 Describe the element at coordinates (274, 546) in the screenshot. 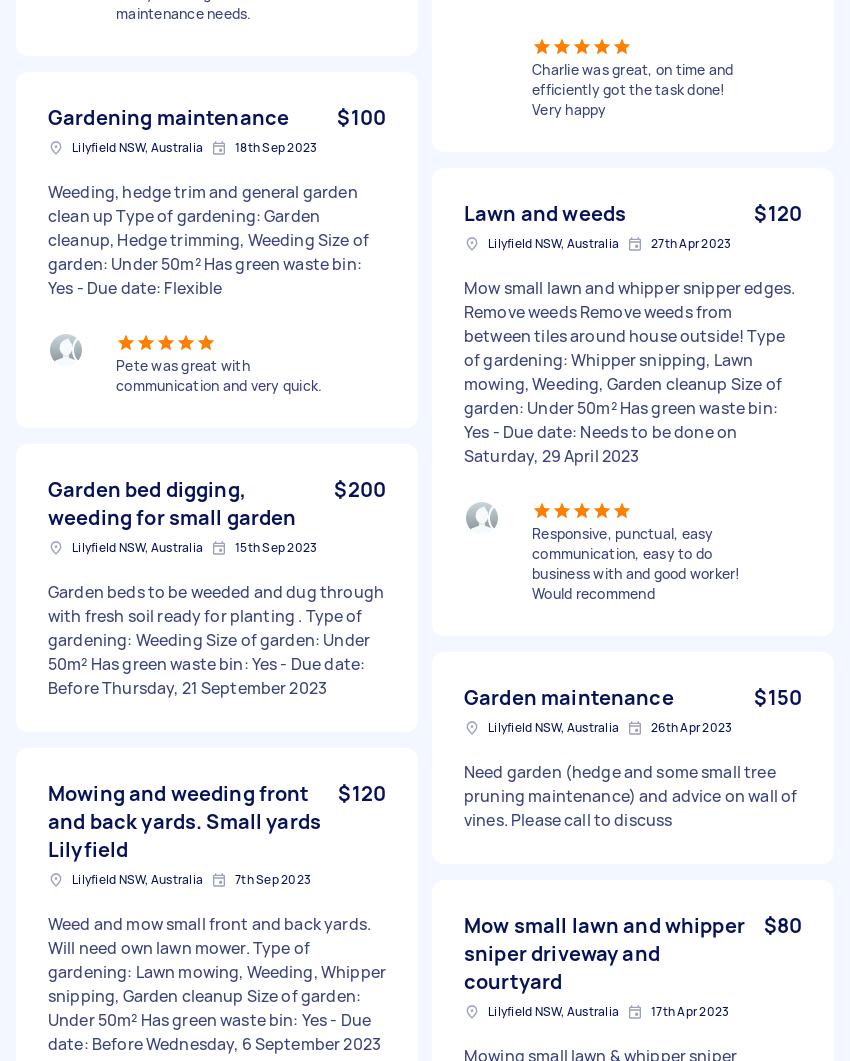

I see `'15th Sep 2023'` at that location.